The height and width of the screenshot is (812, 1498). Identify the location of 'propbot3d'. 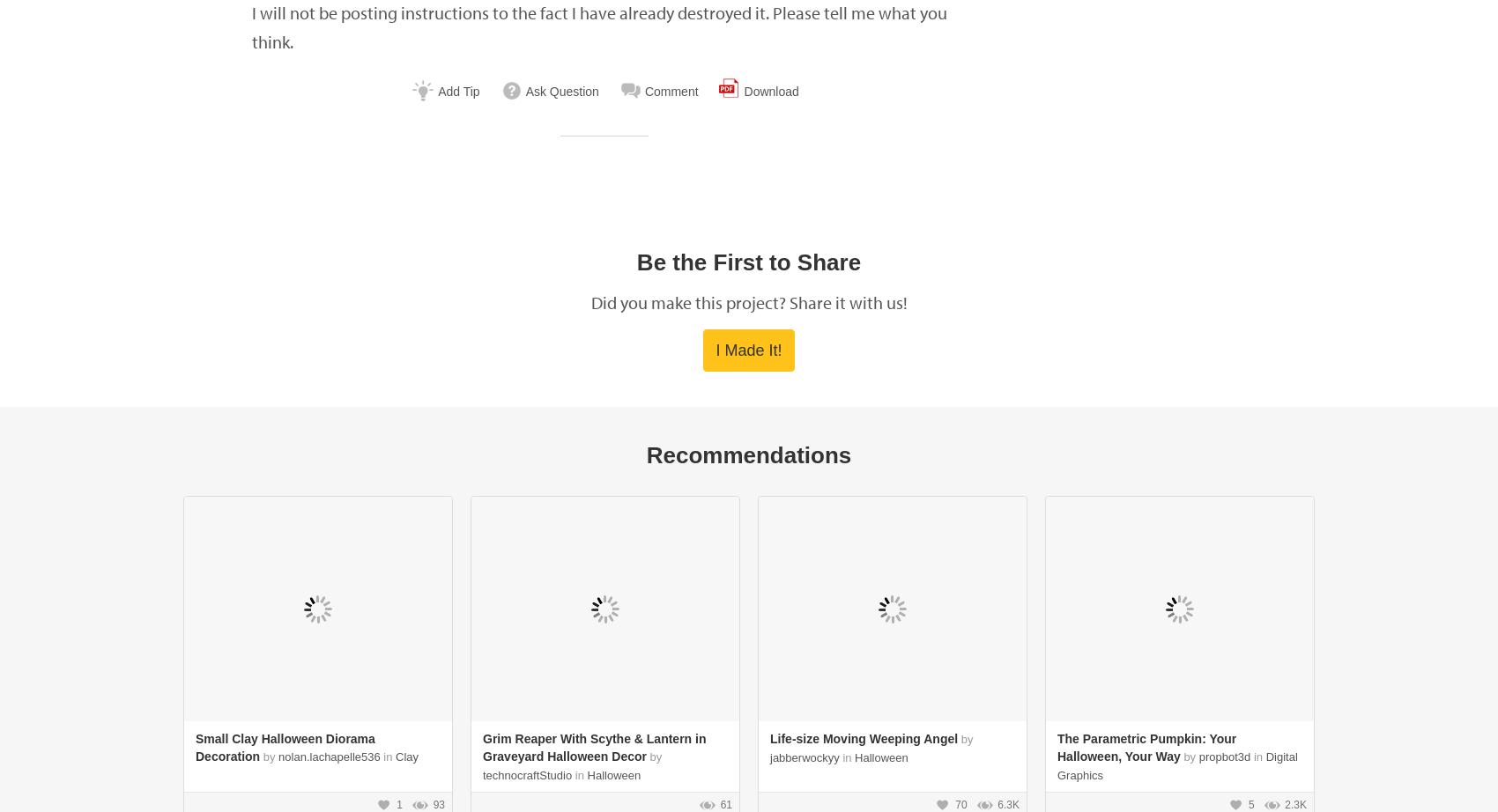
(1223, 756).